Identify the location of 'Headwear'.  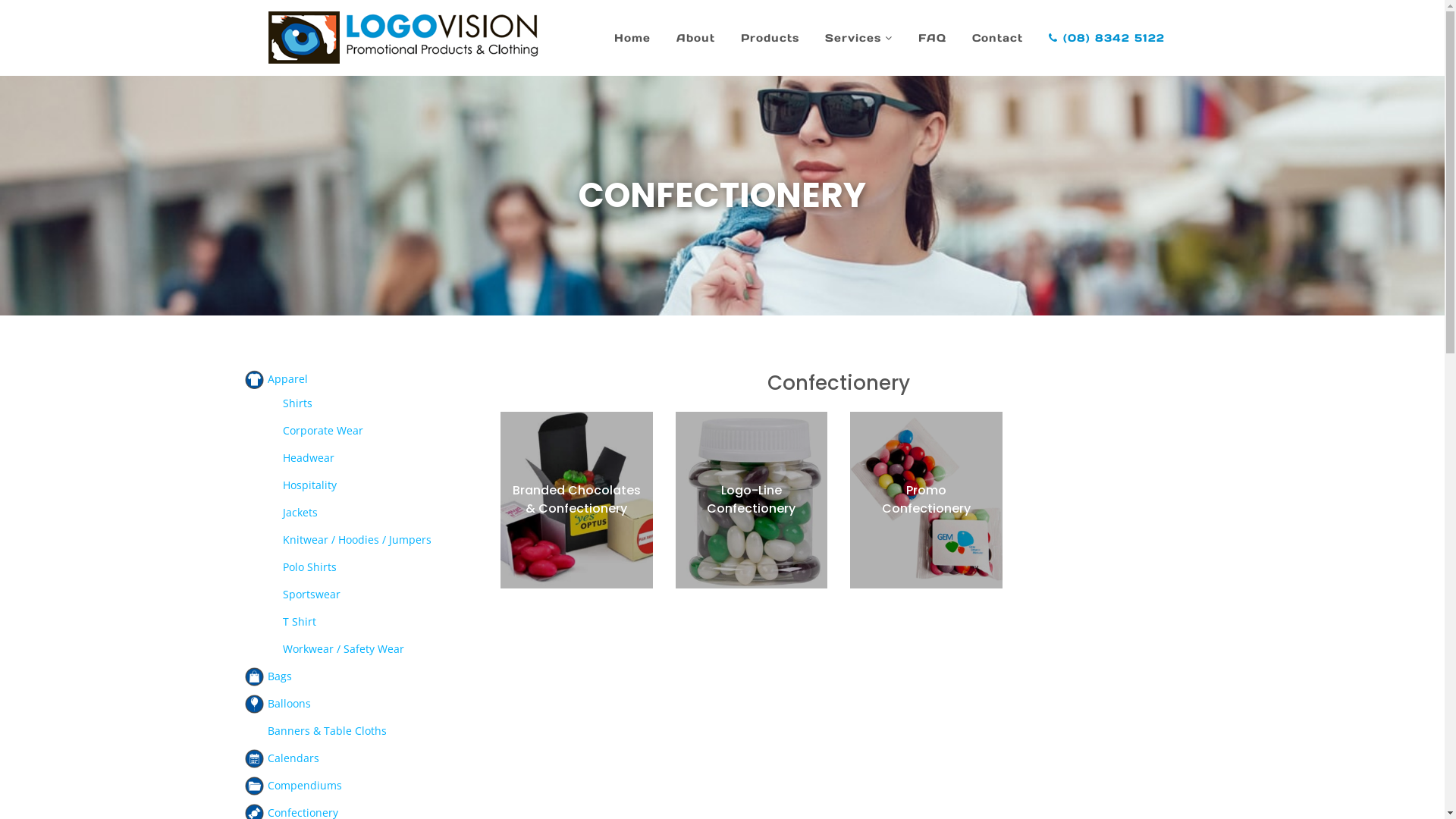
(307, 457).